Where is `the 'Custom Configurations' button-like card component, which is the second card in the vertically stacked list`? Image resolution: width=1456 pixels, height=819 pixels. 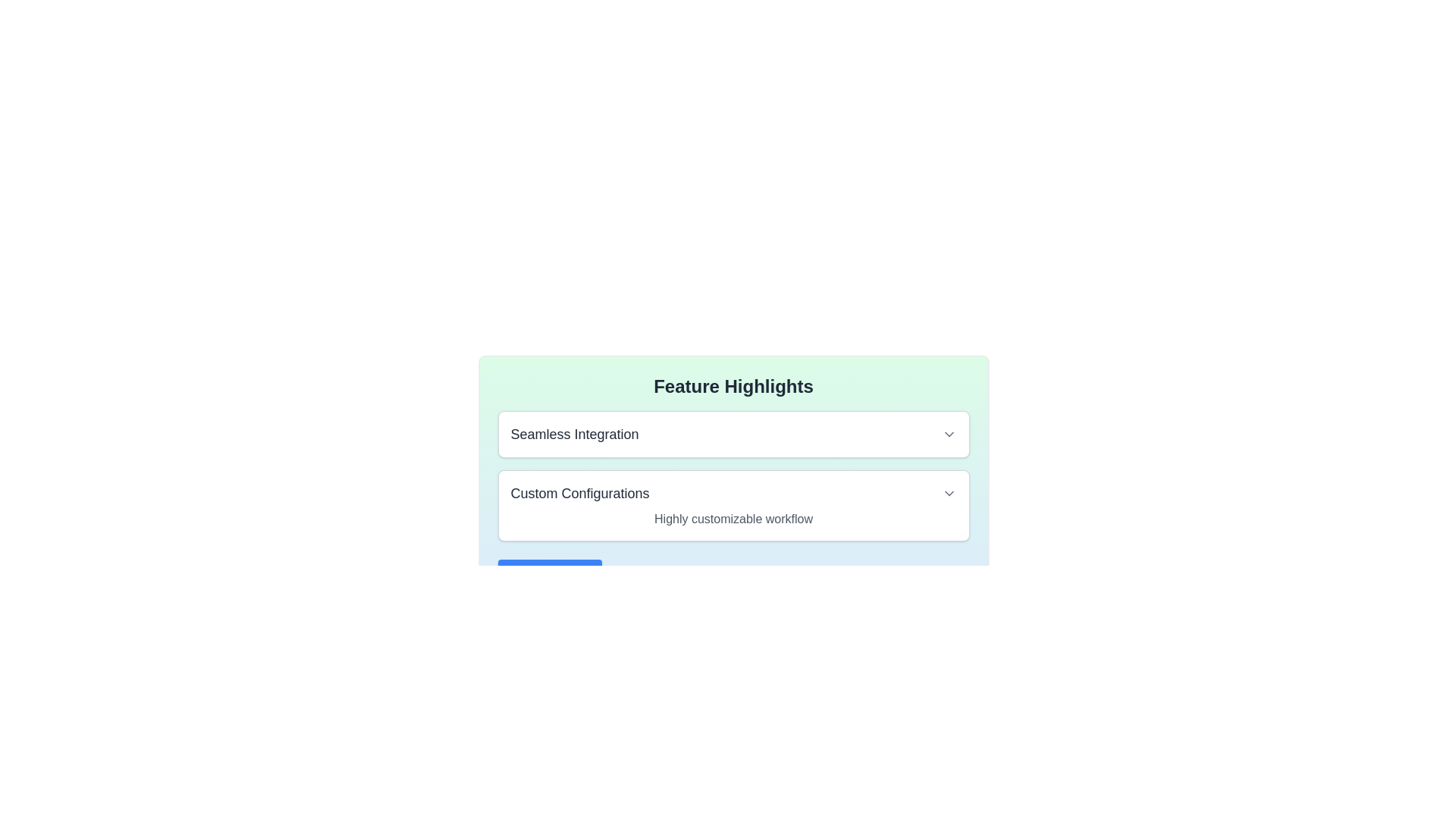
the 'Custom Configurations' button-like card component, which is the second card in the vertically stacked list is located at coordinates (733, 506).